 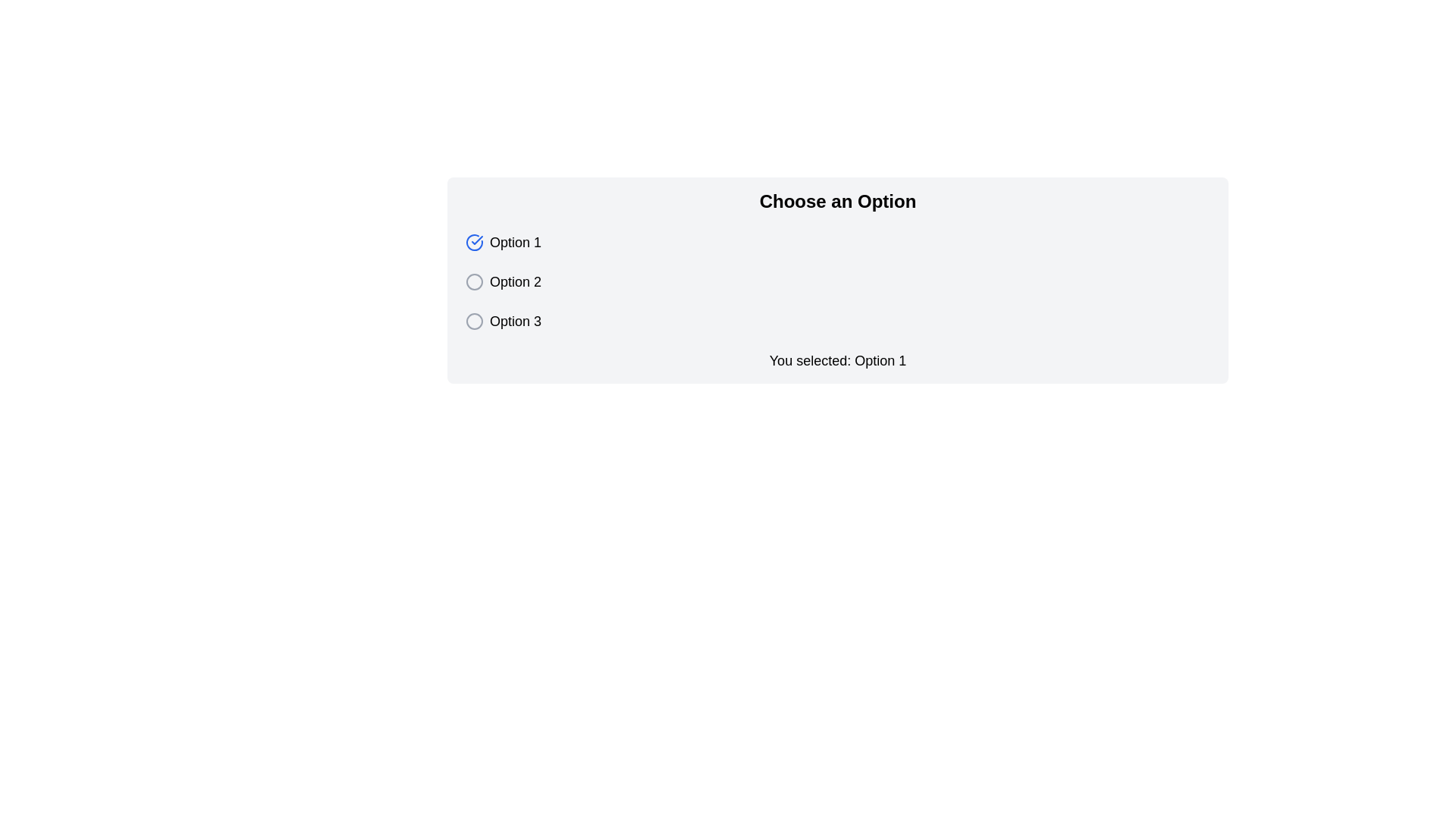 What do you see at coordinates (473, 321) in the screenshot?
I see `the radio button icon next to 'Option 3'` at bounding box center [473, 321].